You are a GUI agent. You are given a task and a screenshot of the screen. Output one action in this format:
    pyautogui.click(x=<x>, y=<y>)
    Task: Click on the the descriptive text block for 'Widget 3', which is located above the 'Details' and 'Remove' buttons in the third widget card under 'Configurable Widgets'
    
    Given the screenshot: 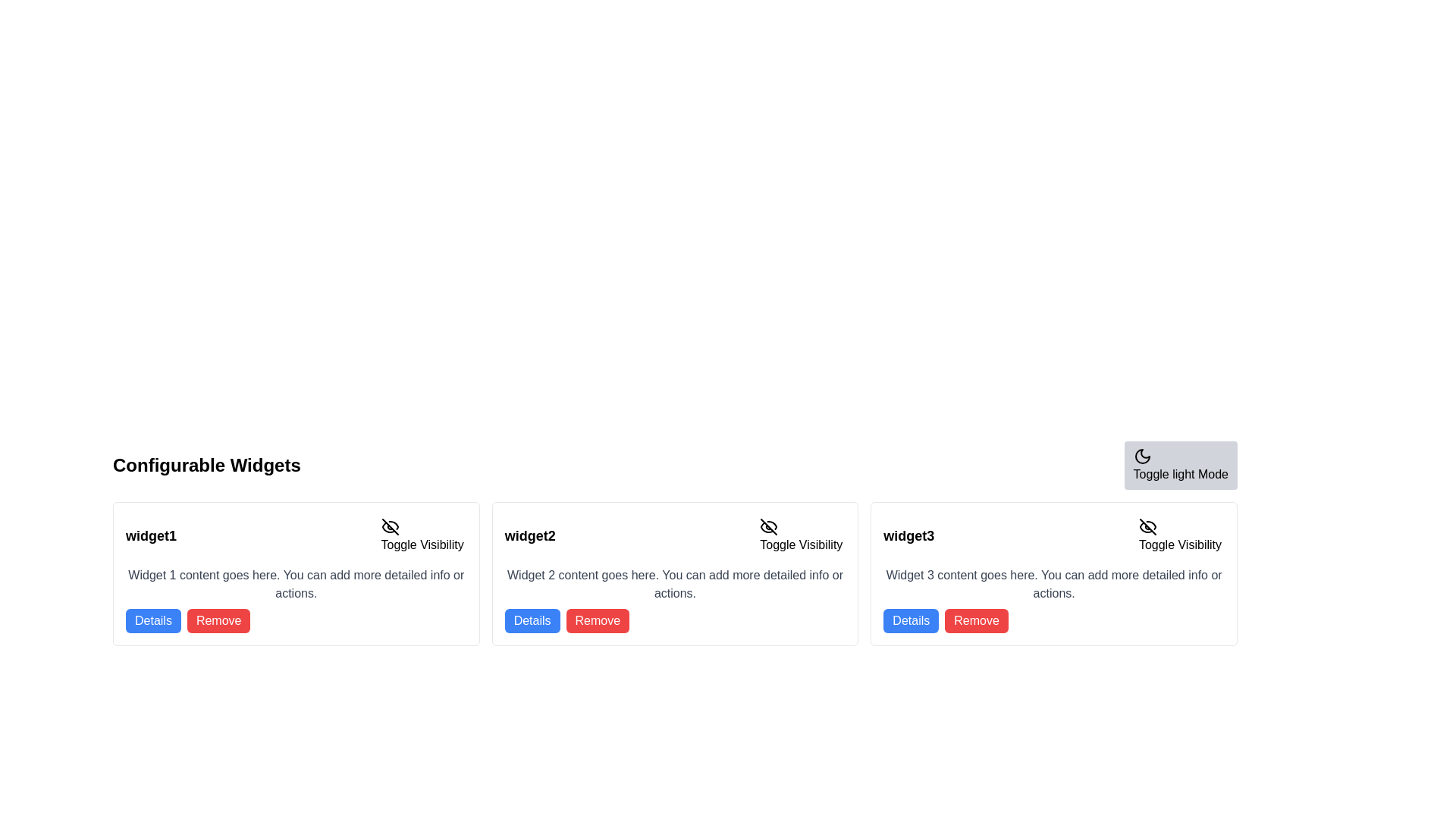 What is the action you would take?
    pyautogui.click(x=1053, y=584)
    